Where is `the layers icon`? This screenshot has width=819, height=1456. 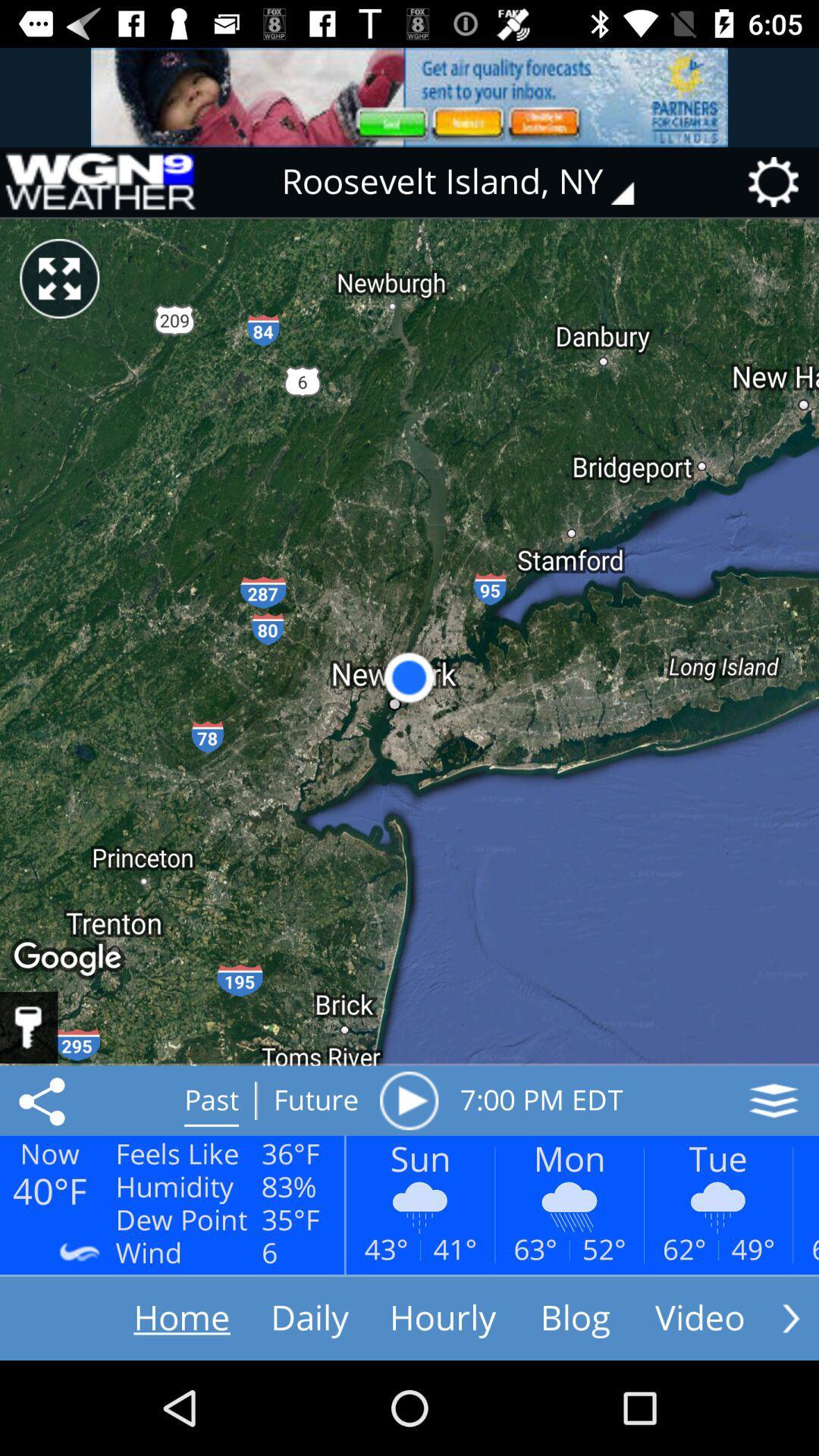
the layers icon is located at coordinates (773, 1100).